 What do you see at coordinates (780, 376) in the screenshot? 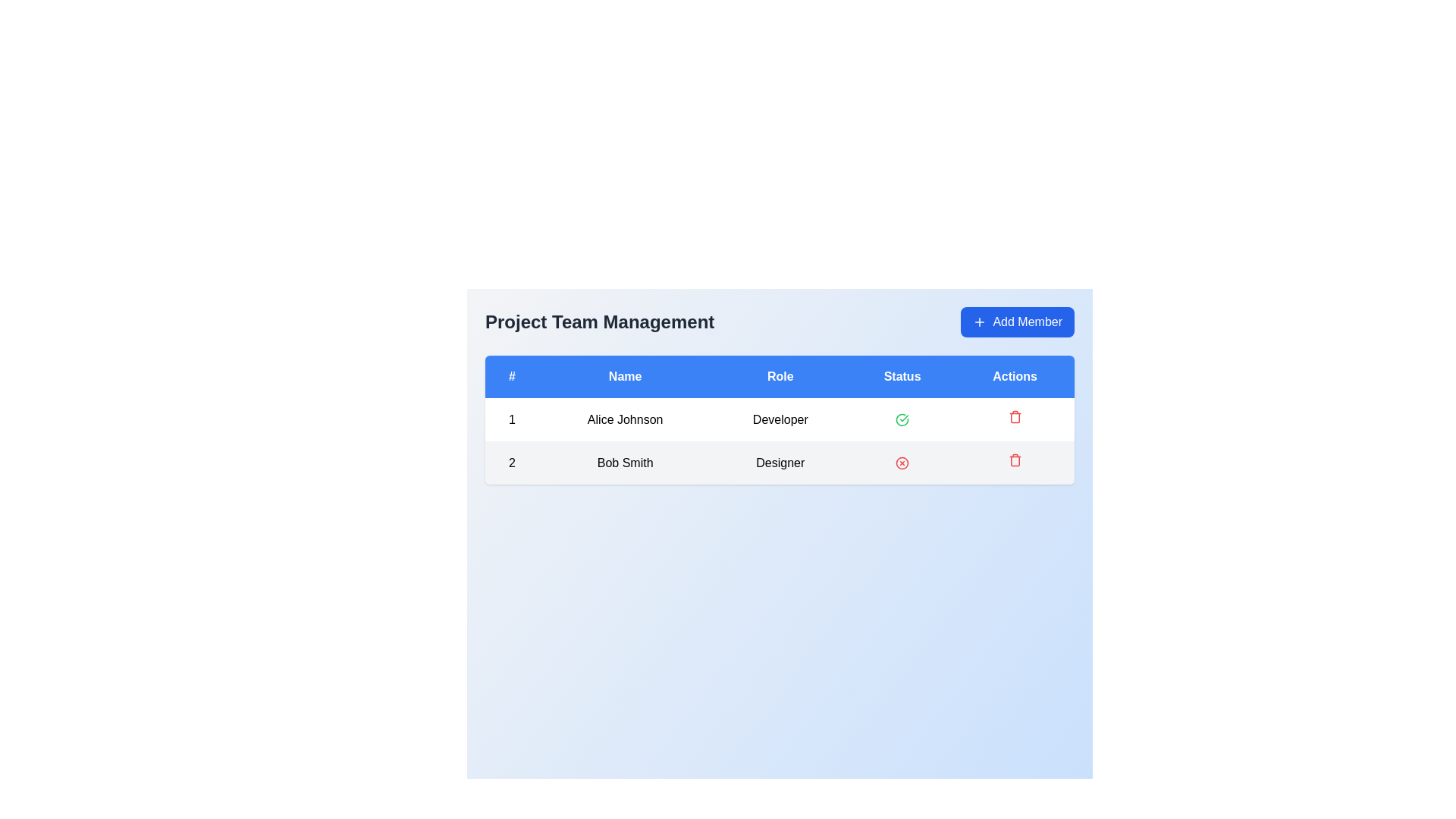
I see `the Text Label that serves as a header for the roles column in the Project Team Management table, located between the 'Name' and 'Status' headers` at bounding box center [780, 376].